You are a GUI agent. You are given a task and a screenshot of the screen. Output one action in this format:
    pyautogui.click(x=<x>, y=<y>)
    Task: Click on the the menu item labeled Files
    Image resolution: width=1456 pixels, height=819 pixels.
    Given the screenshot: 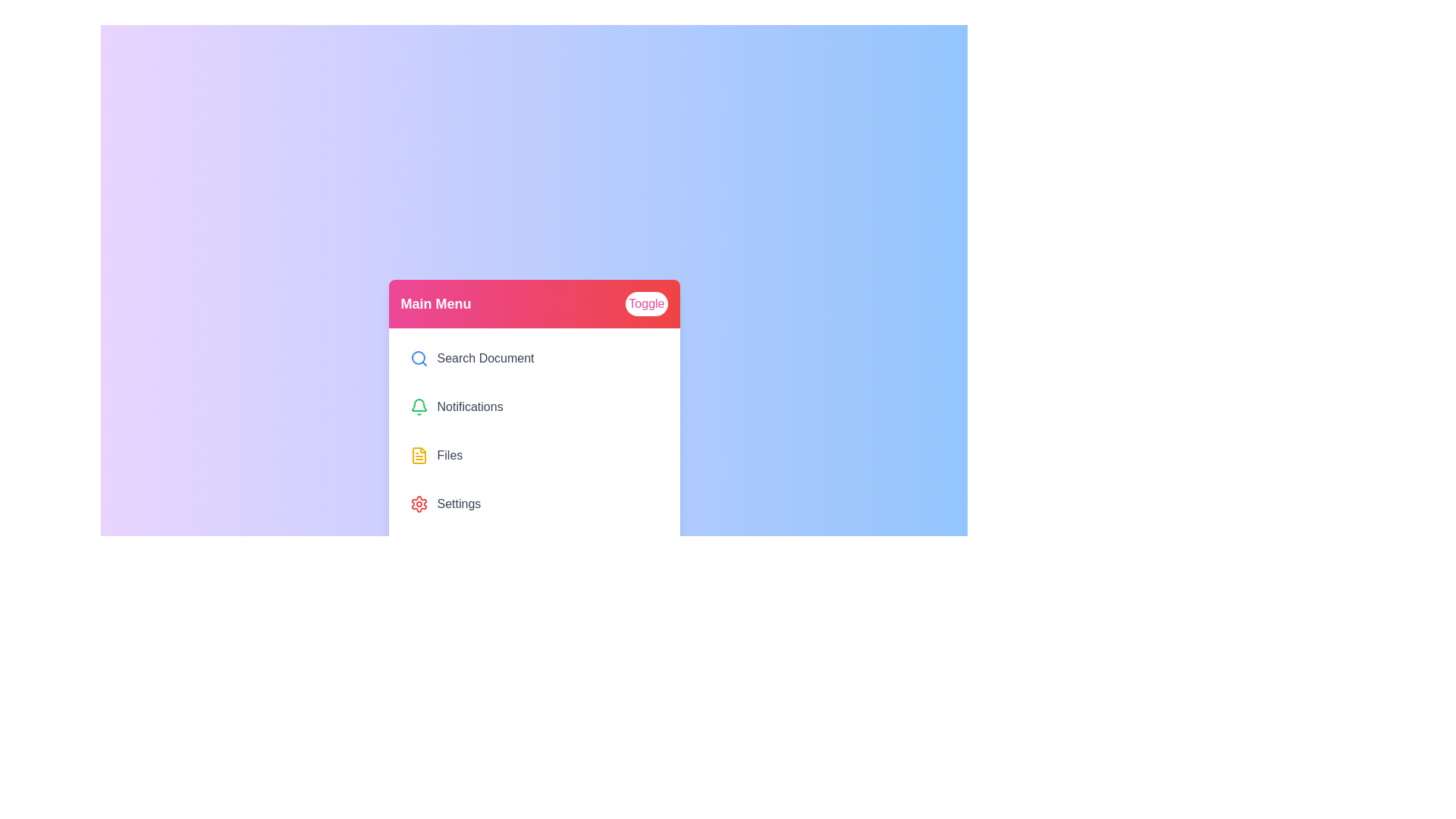 What is the action you would take?
    pyautogui.click(x=534, y=455)
    